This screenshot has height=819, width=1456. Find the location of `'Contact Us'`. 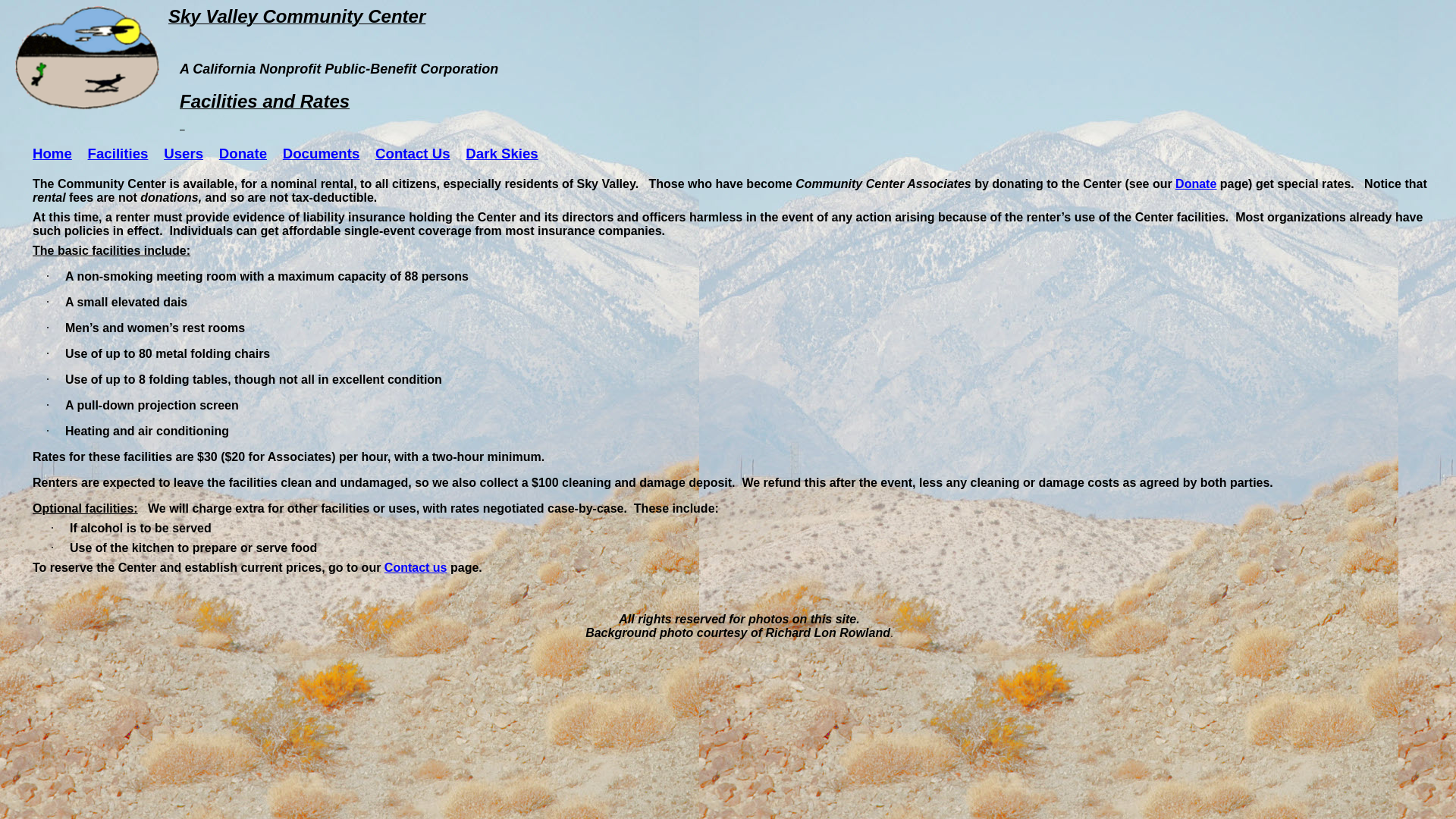

'Contact Us' is located at coordinates (375, 153).